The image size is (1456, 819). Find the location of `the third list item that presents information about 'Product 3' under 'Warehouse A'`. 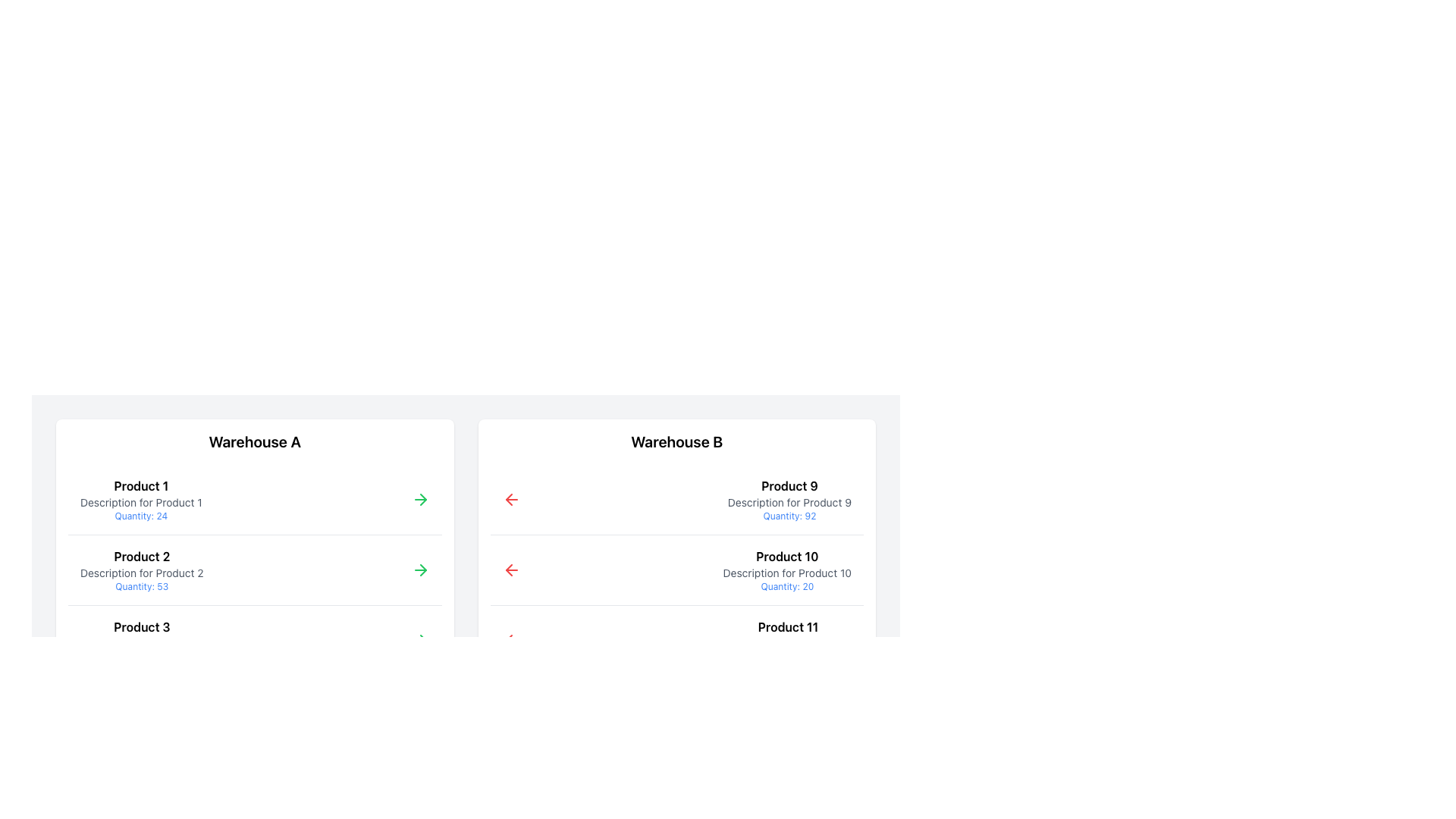

the third list item that presents information about 'Product 3' under 'Warehouse A' is located at coordinates (142, 640).